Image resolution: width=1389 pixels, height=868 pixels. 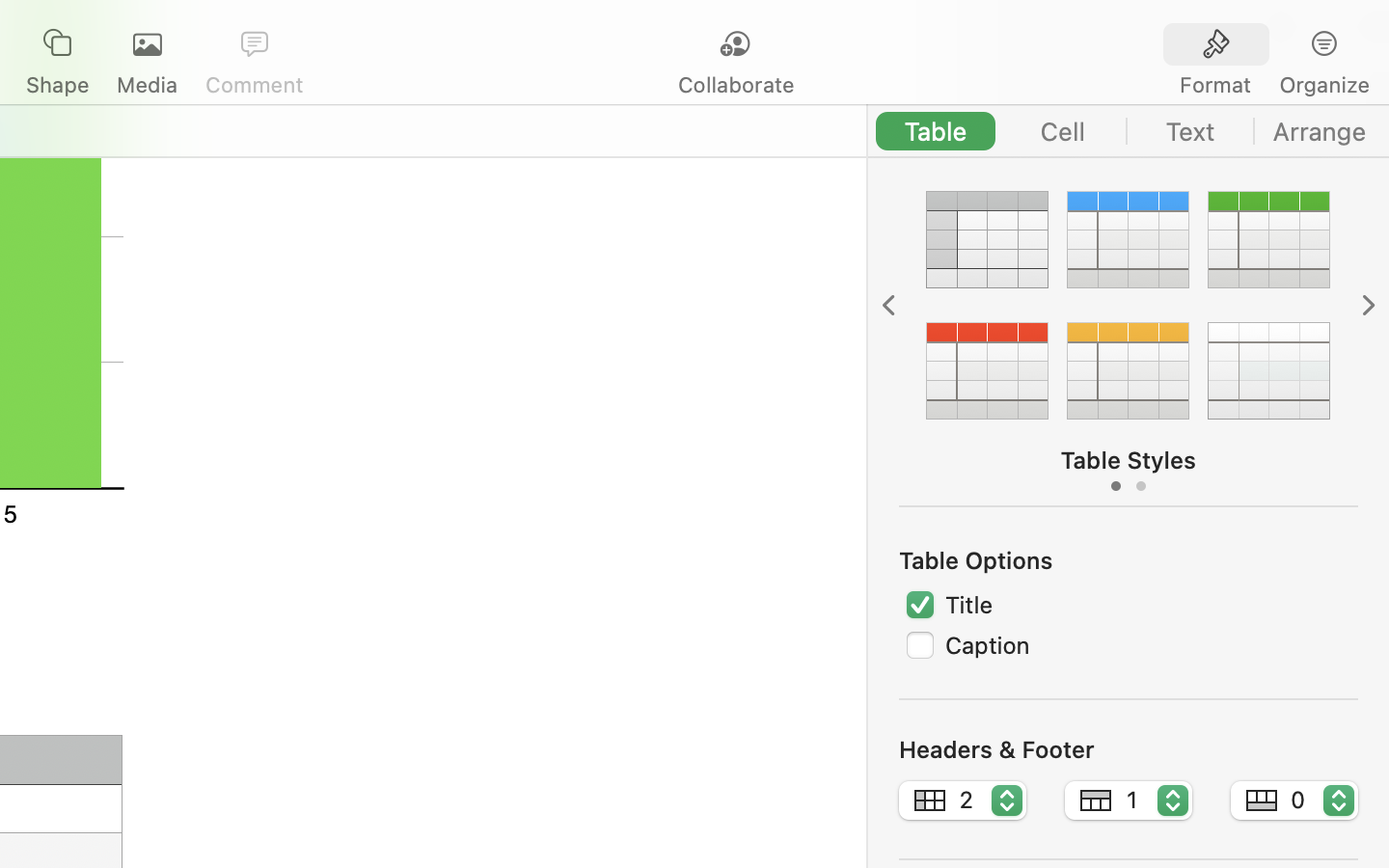 I want to click on 'Organize', so click(x=1322, y=84).